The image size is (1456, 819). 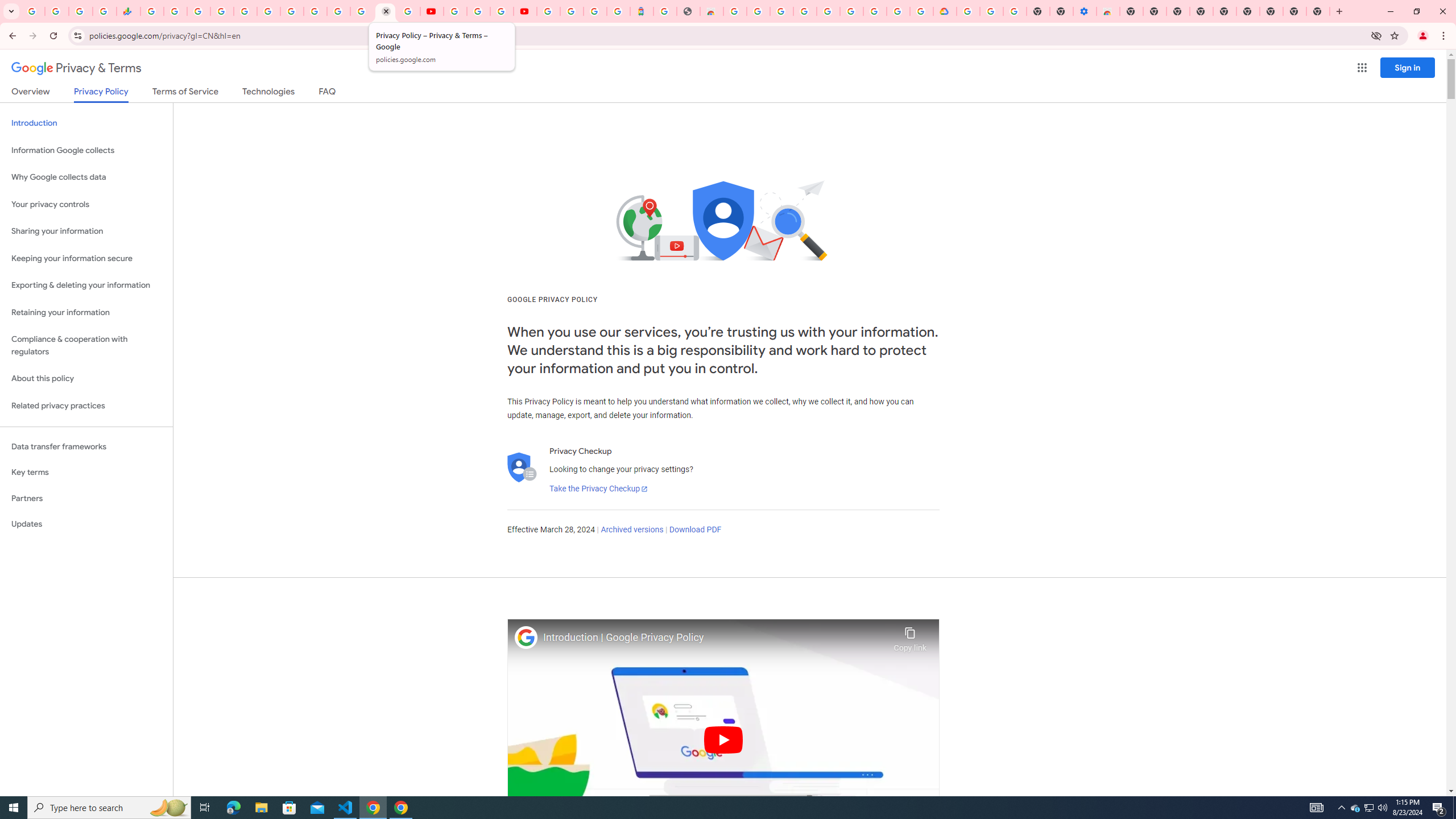 What do you see at coordinates (76, 68) in the screenshot?
I see `'Privacy & Terms'` at bounding box center [76, 68].